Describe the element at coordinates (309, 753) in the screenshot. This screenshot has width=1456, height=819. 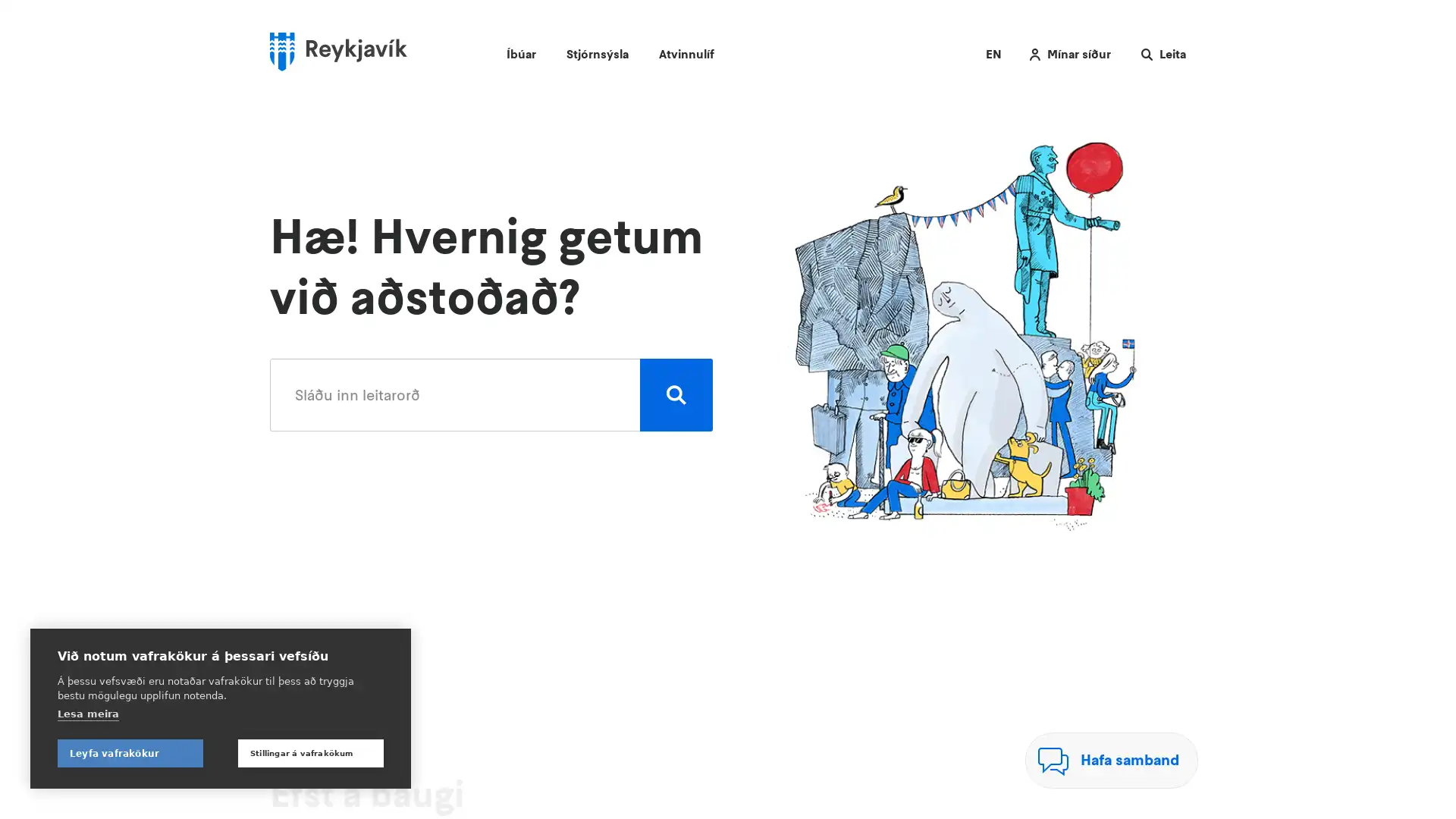
I see `Stillingar a vafrakokum` at that location.